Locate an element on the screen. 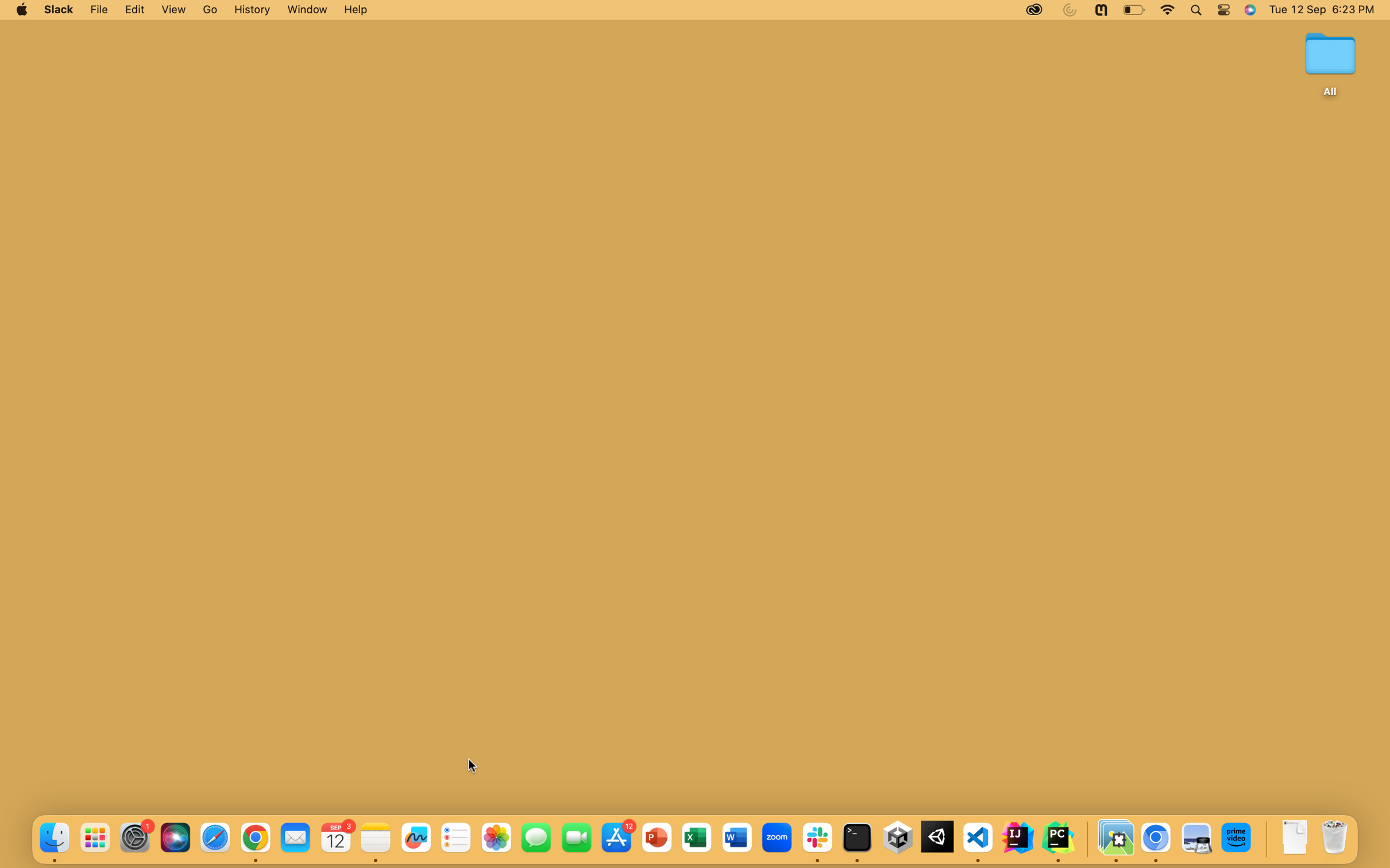 This screenshot has width=1390, height=868. the View Options menu is located at coordinates (172, 10).